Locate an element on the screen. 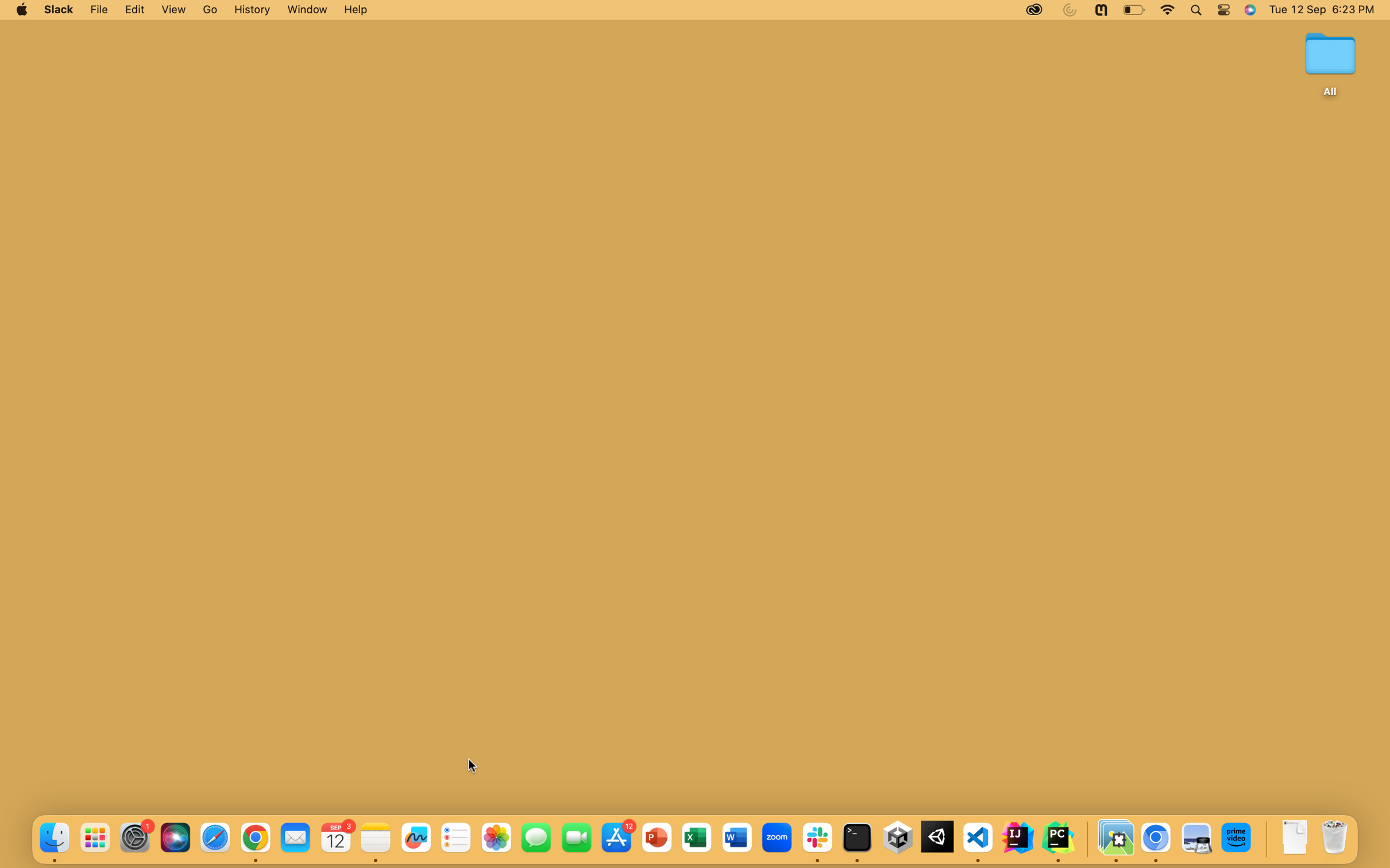 This screenshot has width=1390, height=868. the View Options menu is located at coordinates (172, 10).